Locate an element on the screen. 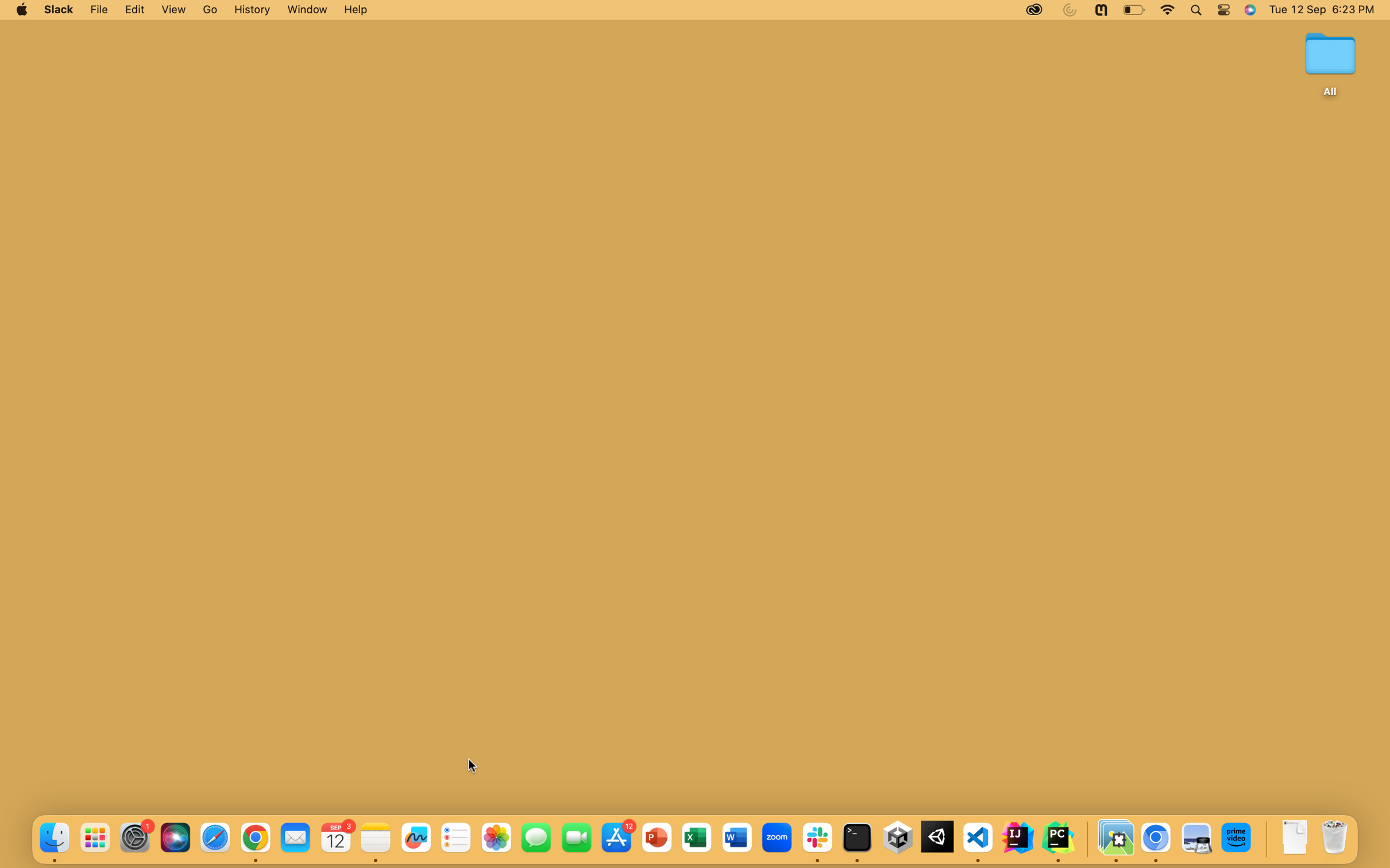 This screenshot has width=1390, height=868. the View Options menu is located at coordinates (172, 10).